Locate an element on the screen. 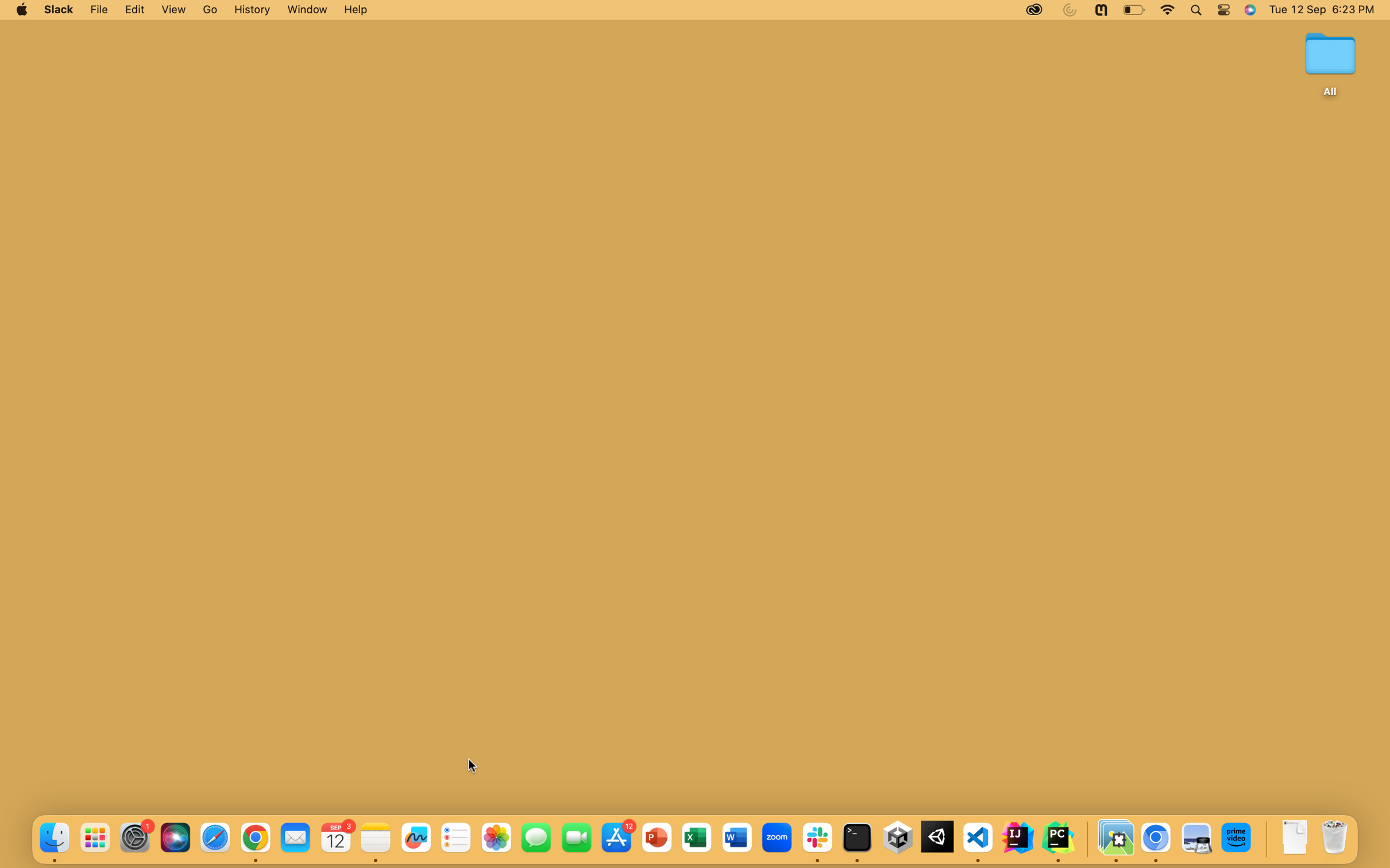 This screenshot has width=1390, height=868. the View Options menu is located at coordinates (172, 10).